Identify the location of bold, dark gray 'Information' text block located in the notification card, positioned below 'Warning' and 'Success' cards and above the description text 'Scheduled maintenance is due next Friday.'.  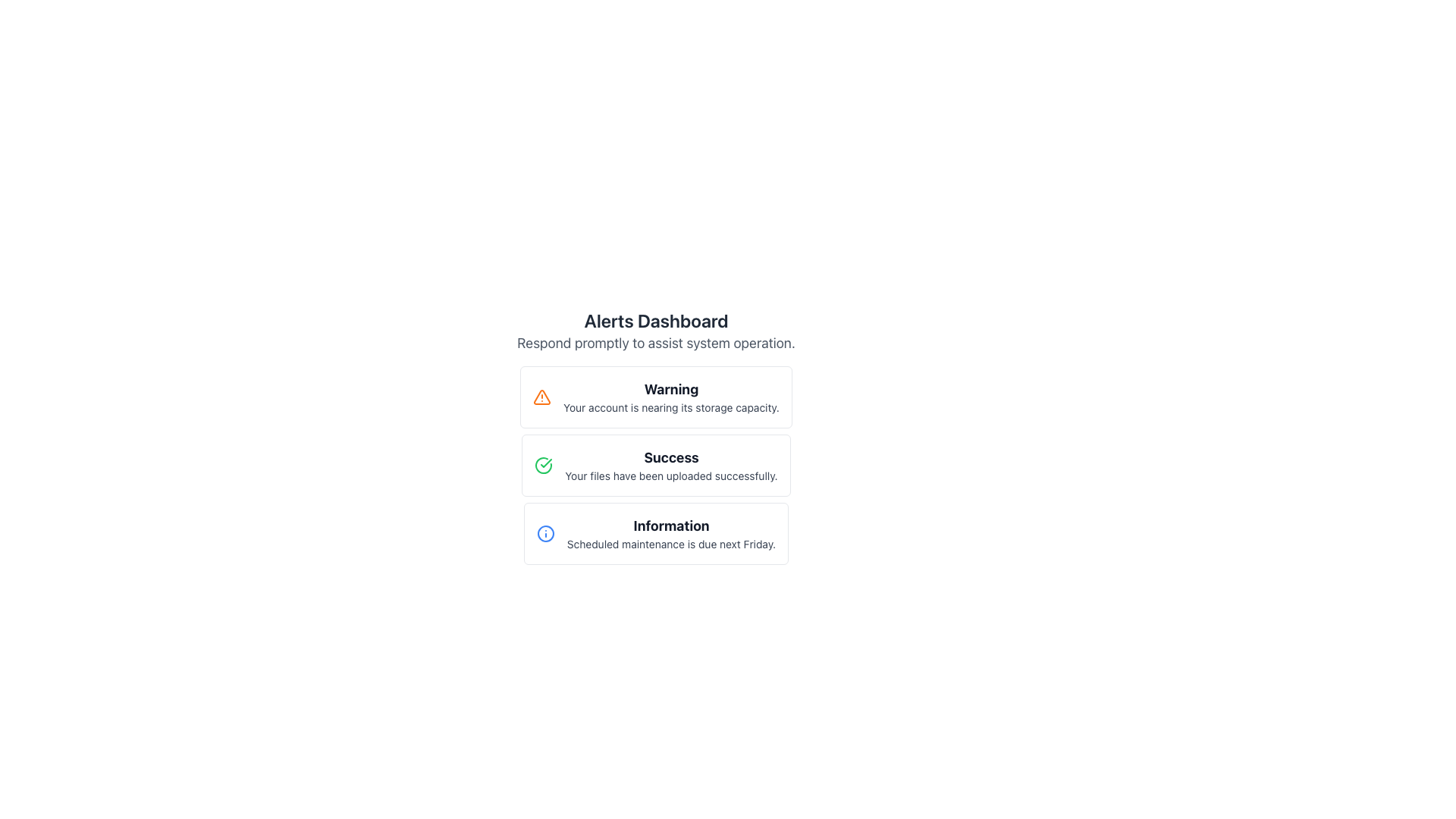
(670, 526).